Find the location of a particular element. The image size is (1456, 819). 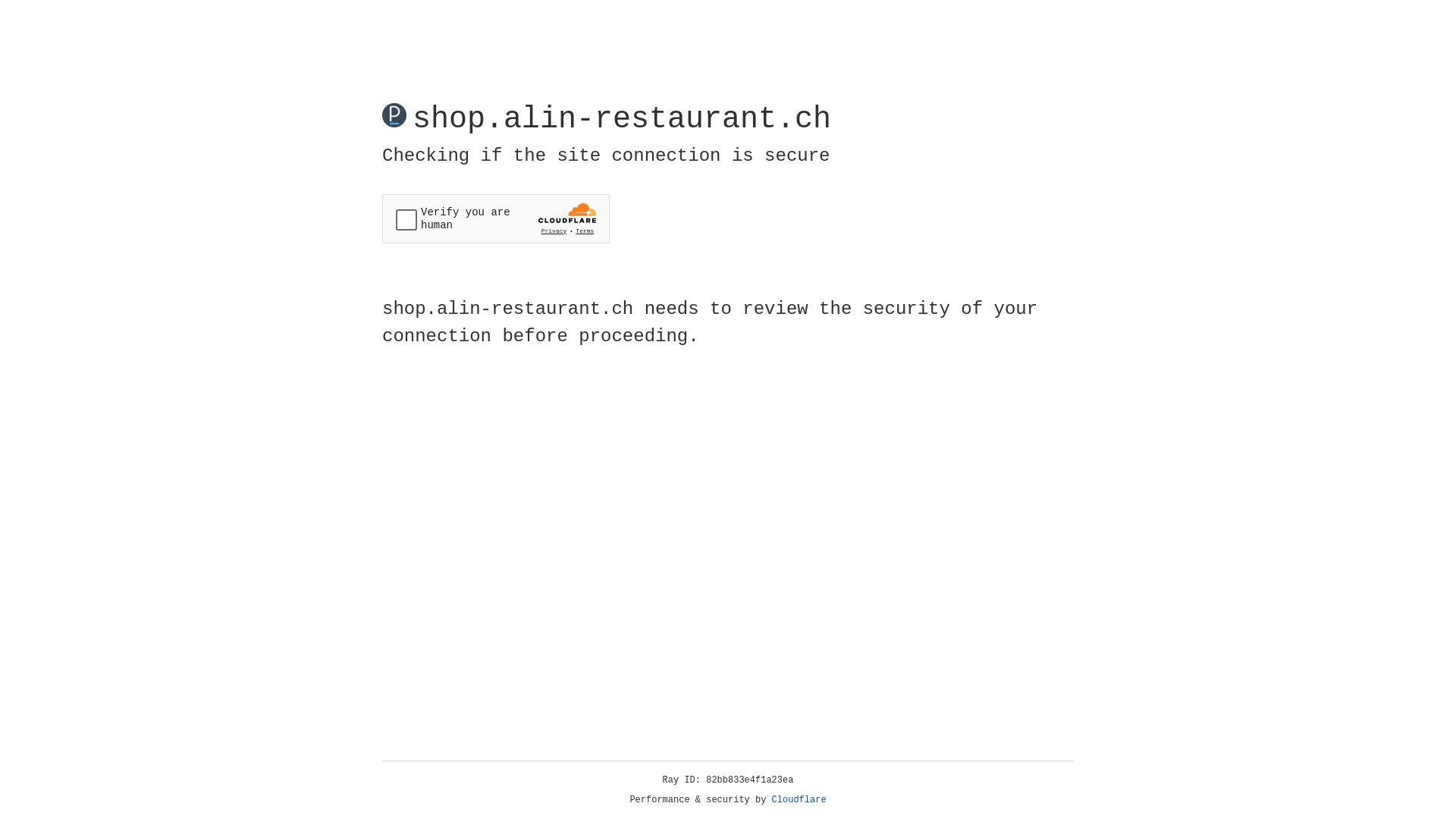

'Widget containing a Cloudflare security challenge' is located at coordinates (495, 218).